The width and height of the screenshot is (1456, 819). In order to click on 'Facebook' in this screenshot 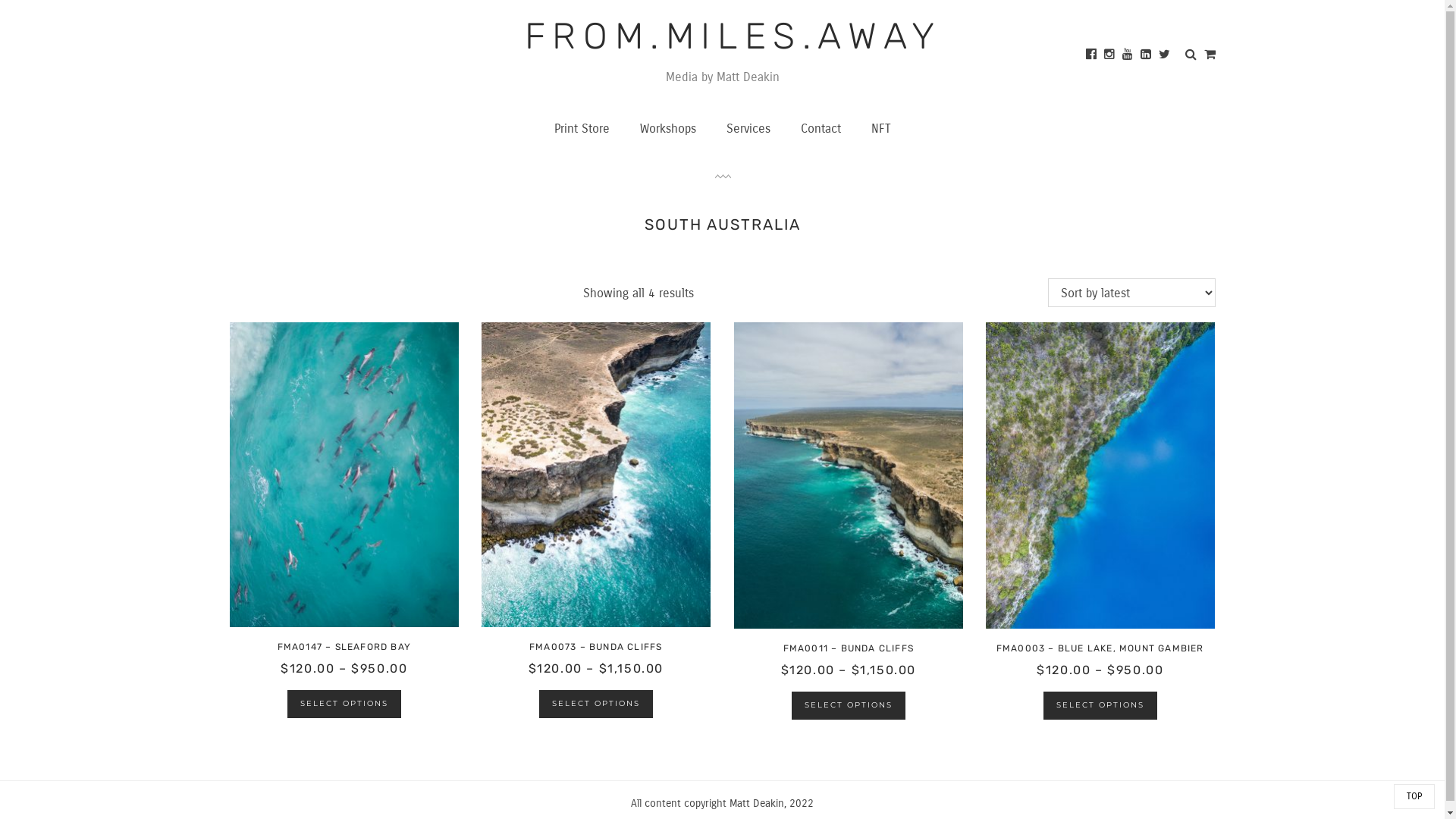, I will do `click(1090, 52)`.